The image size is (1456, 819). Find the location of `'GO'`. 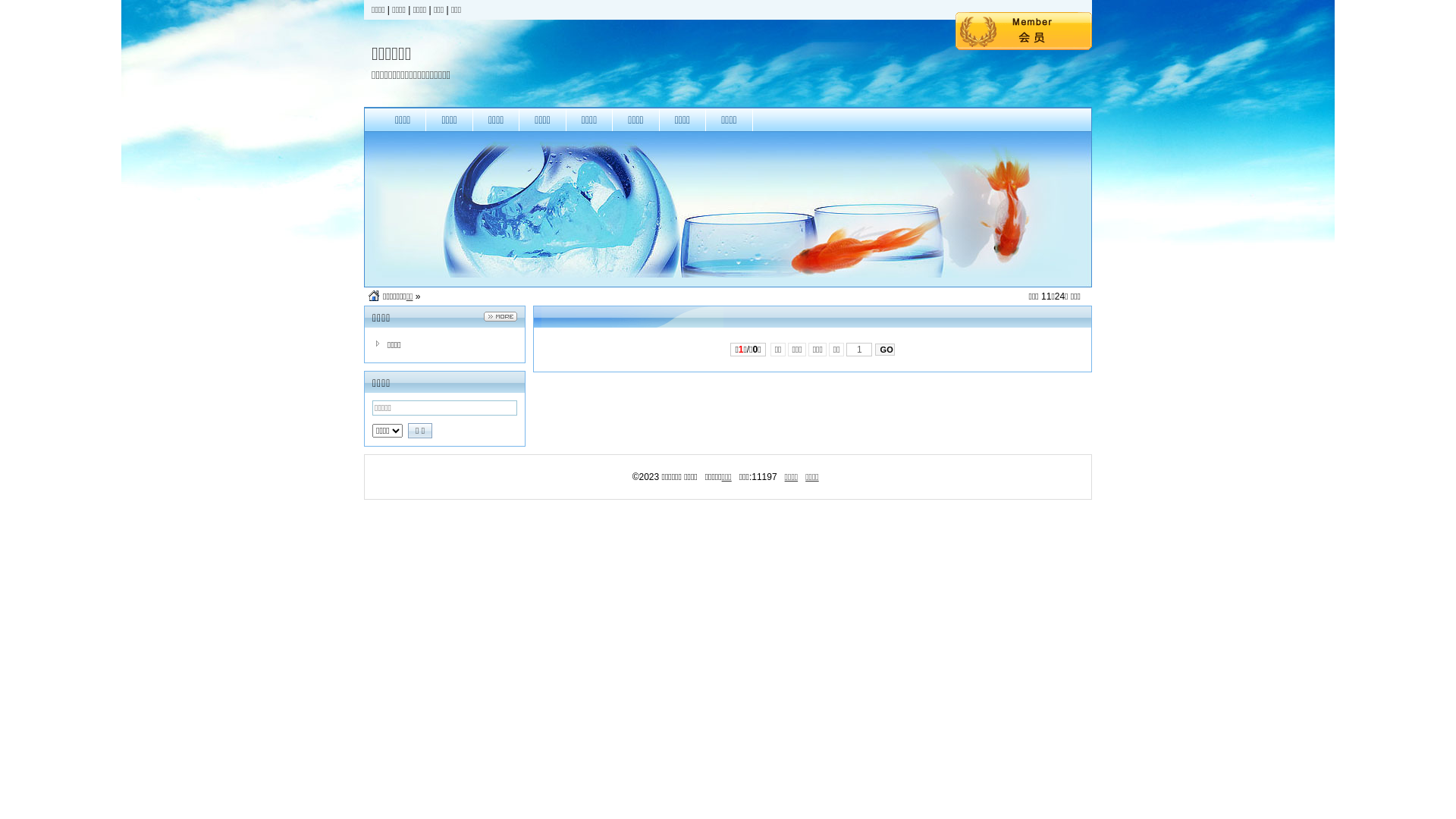

'GO' is located at coordinates (884, 350).